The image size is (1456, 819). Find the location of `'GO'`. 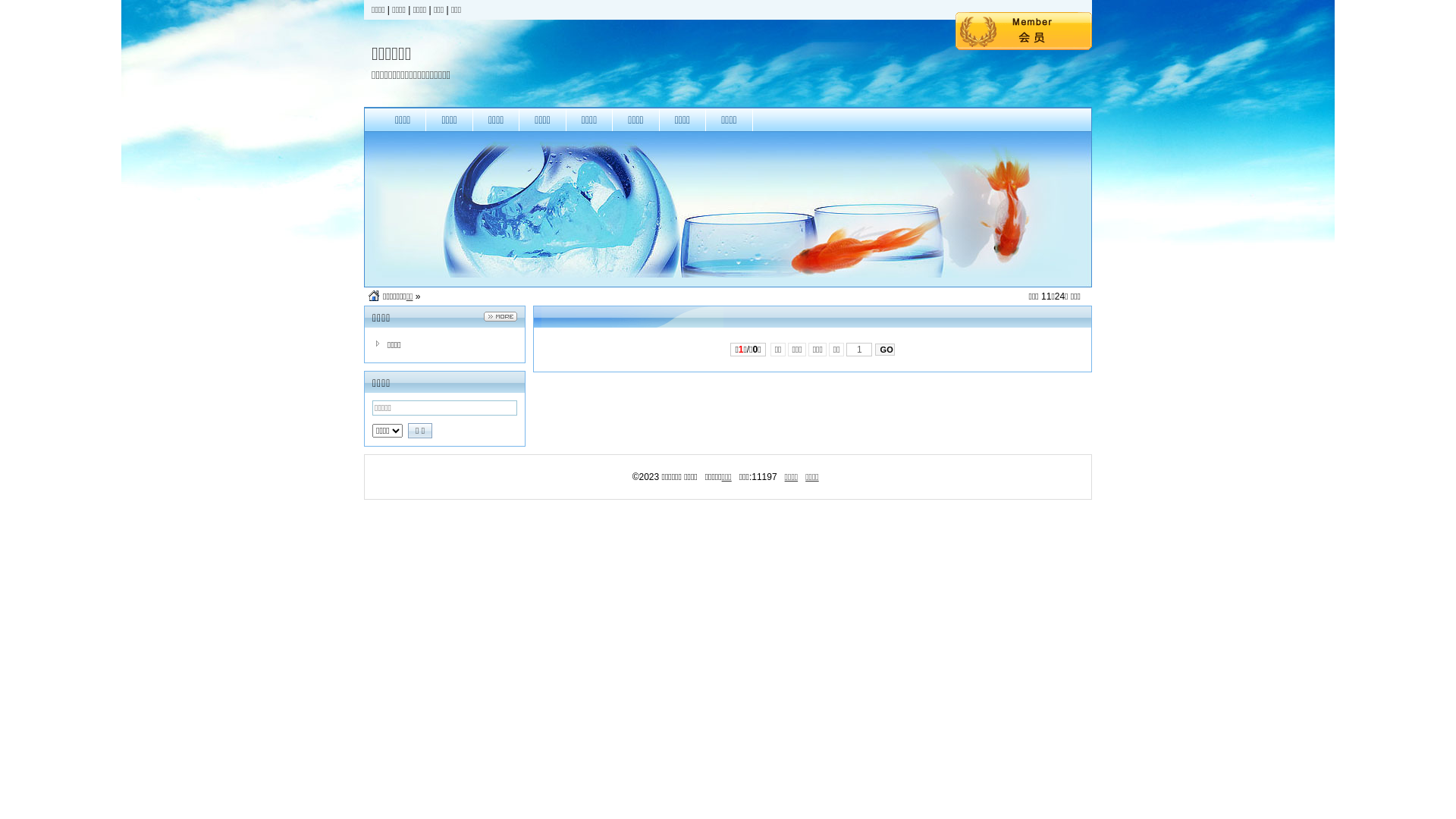

'GO' is located at coordinates (884, 350).